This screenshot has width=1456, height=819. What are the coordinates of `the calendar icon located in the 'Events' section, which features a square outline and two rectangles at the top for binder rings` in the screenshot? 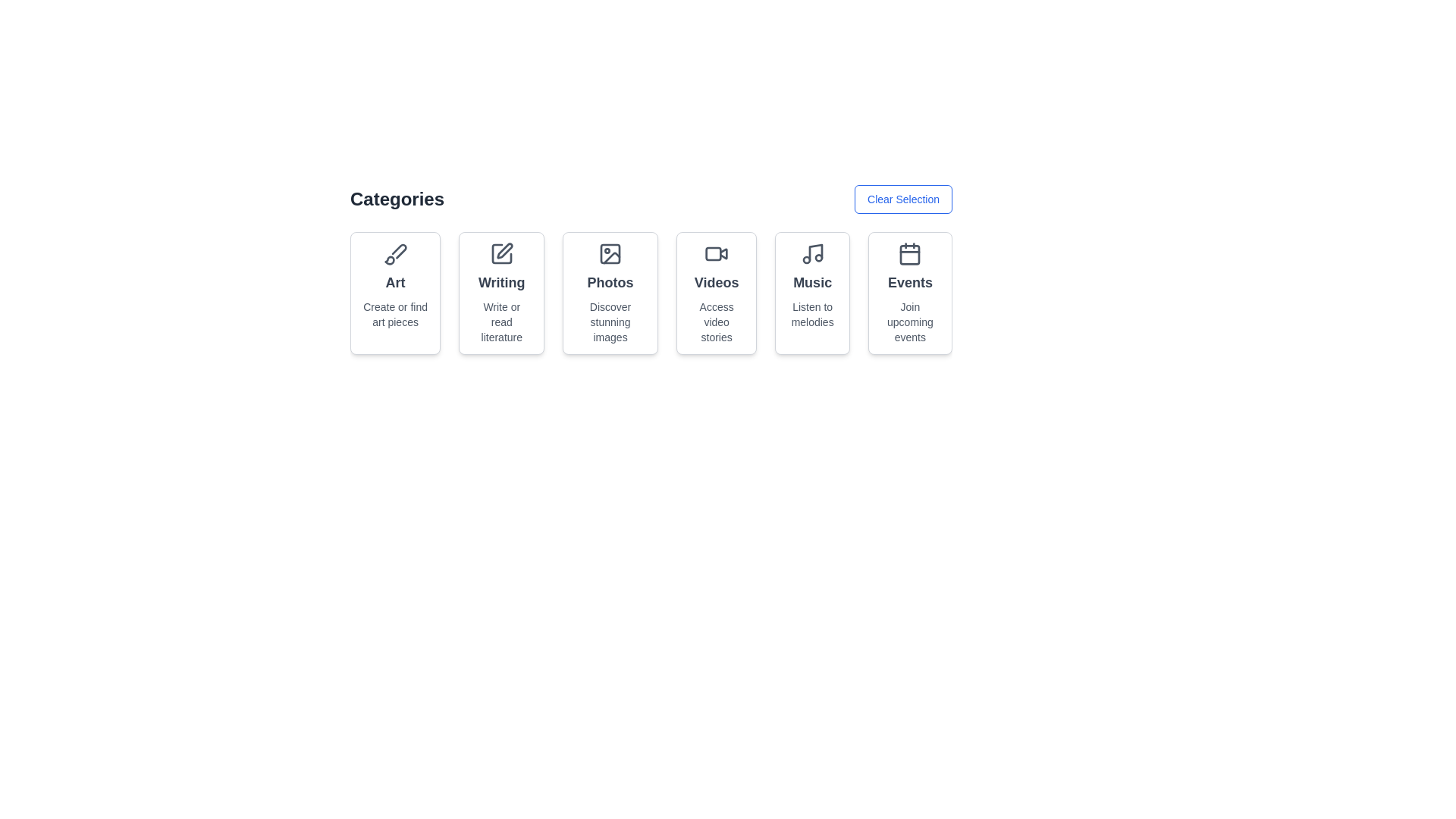 It's located at (910, 253).